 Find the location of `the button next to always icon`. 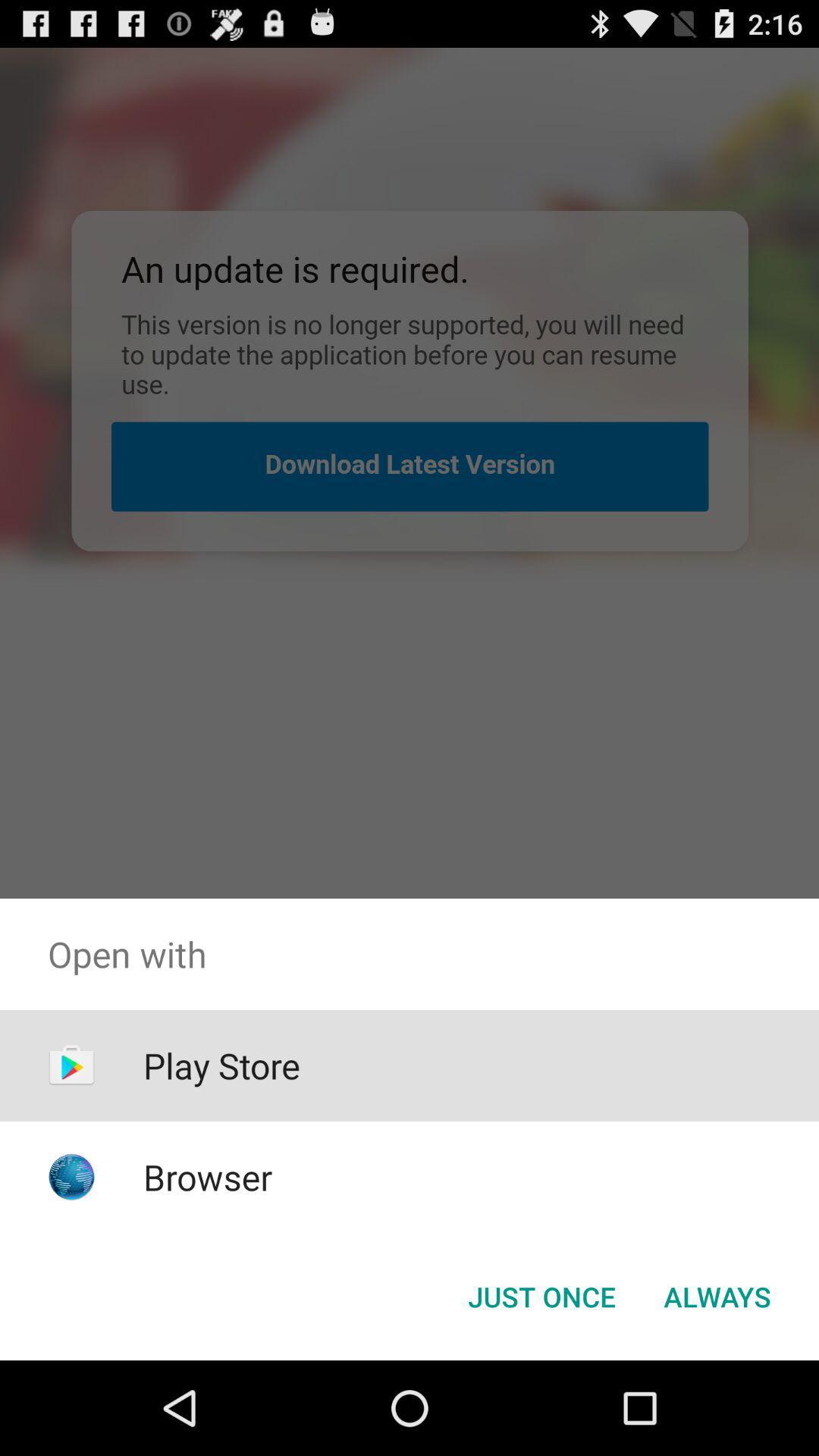

the button next to always icon is located at coordinates (541, 1295).